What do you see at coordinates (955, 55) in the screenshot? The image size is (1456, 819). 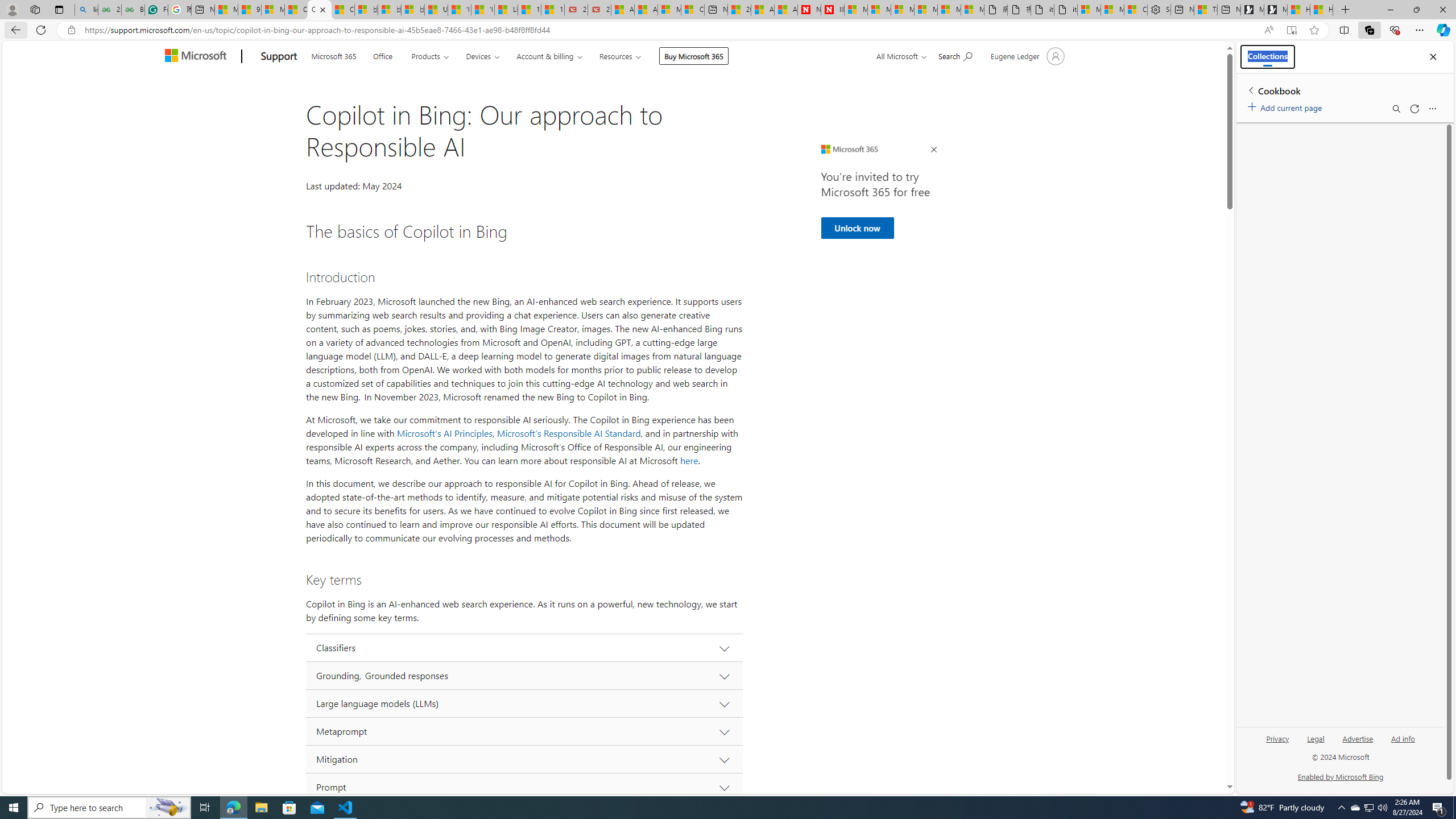 I see `'Search for help'` at bounding box center [955, 55].